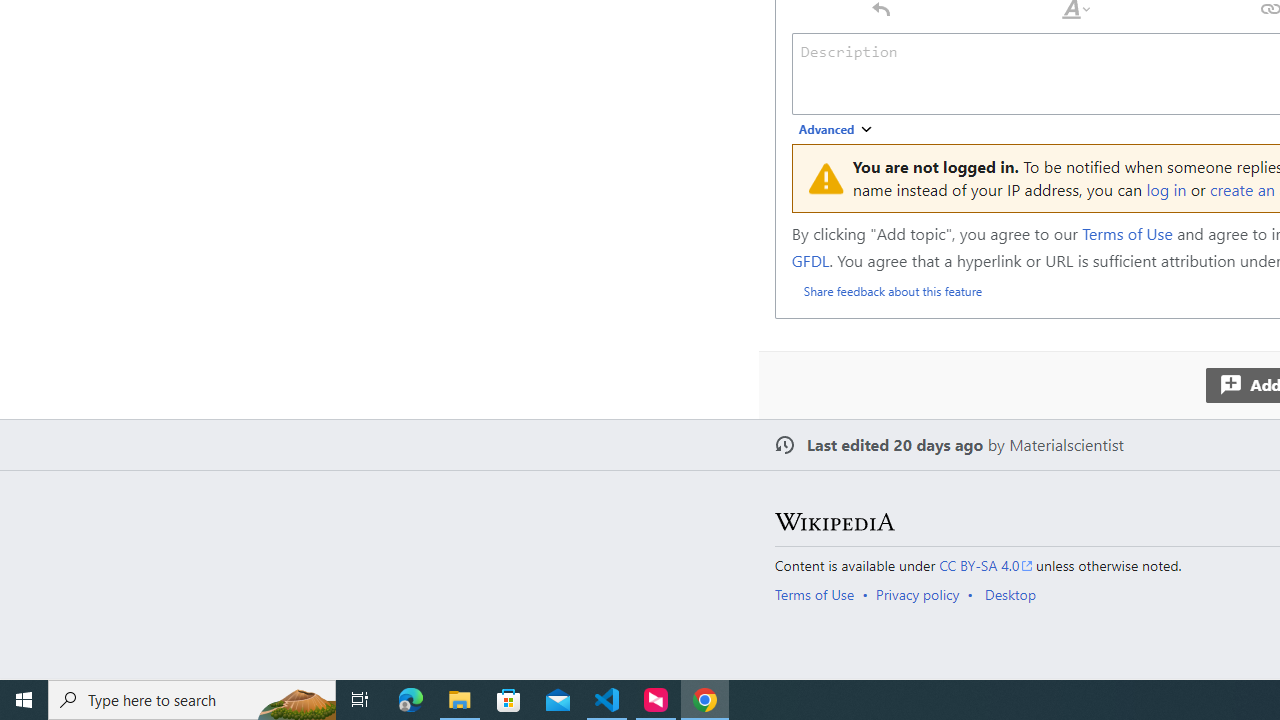 The width and height of the screenshot is (1280, 720). Describe the element at coordinates (821, 593) in the screenshot. I see `'AutomationID: footer-places-terms-use'` at that location.